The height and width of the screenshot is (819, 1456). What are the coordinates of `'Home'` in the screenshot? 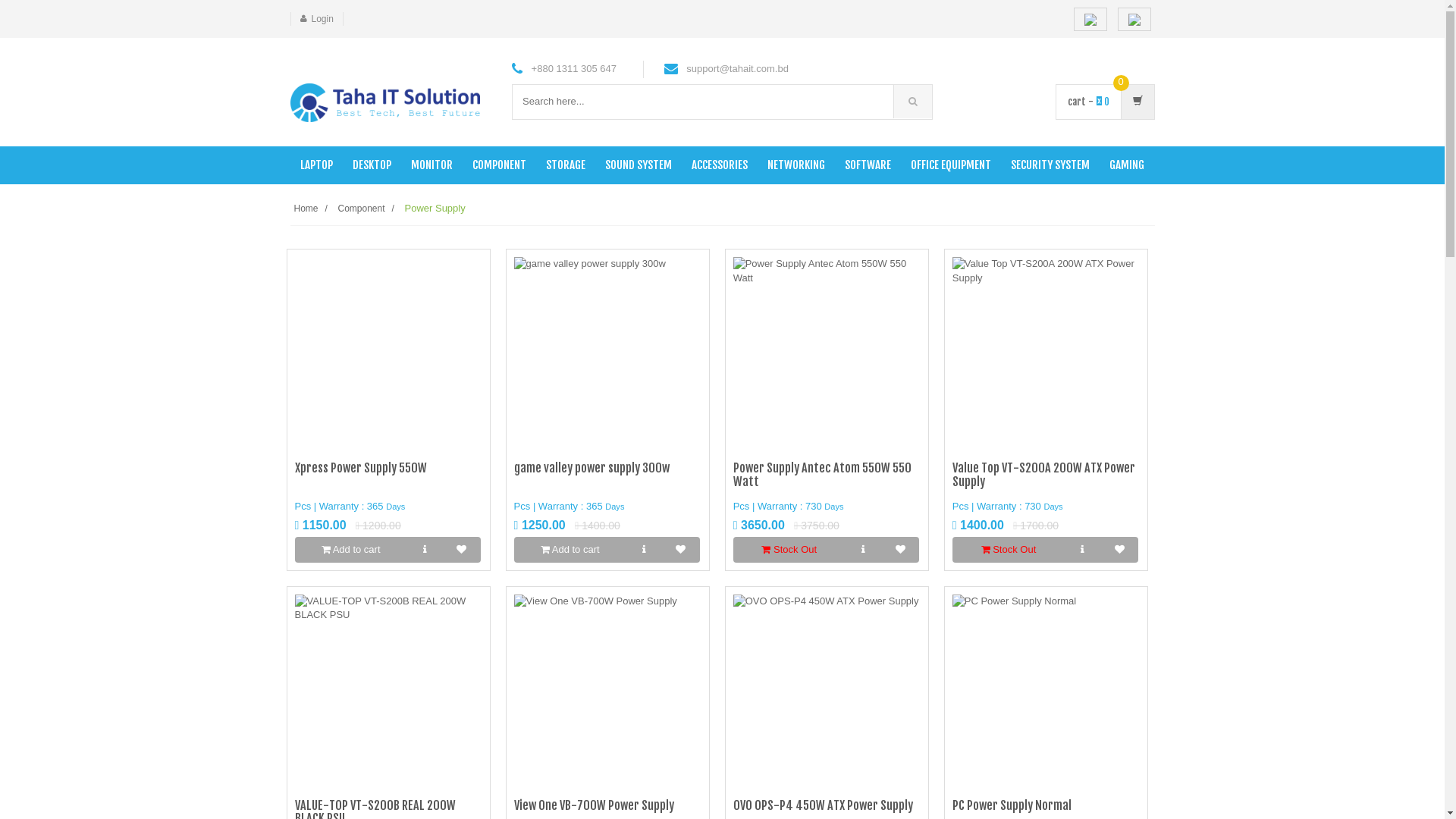 It's located at (305, 208).